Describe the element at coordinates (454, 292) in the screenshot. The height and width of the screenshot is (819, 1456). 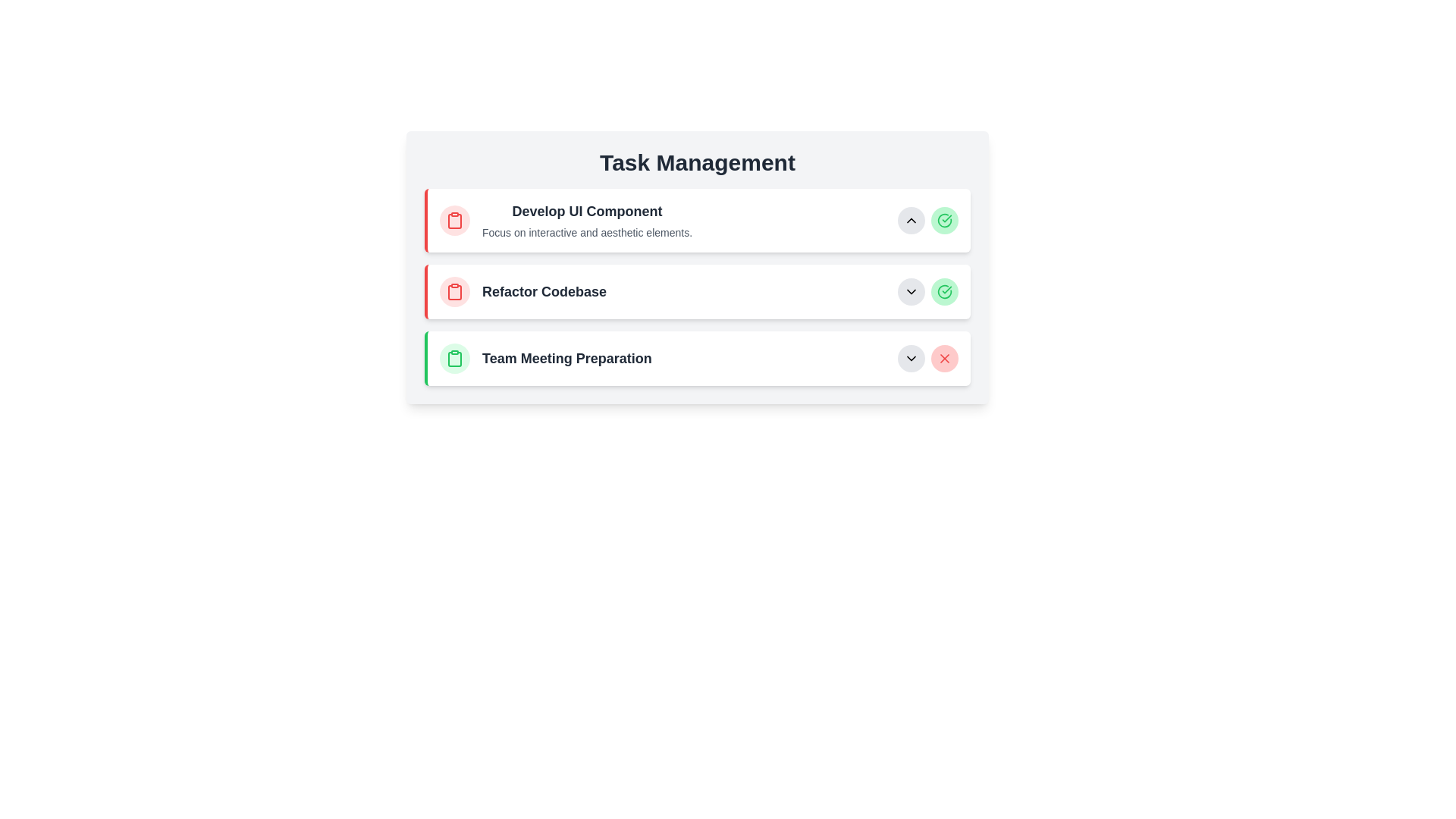
I see `the clipboard icon located to the left of the 'Develop UI Component' text in the first task item, which visually represents the clipboard concept` at that location.